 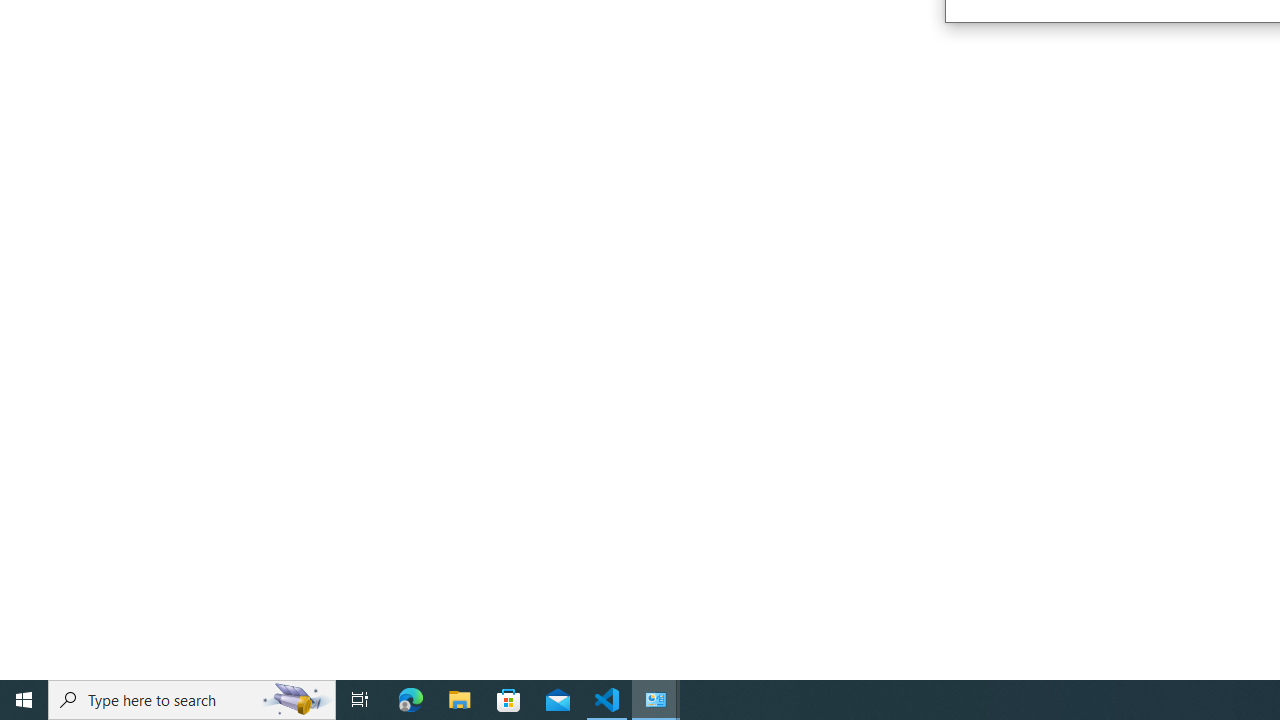 What do you see at coordinates (410, 698) in the screenshot?
I see `'Microsoft Edge'` at bounding box center [410, 698].